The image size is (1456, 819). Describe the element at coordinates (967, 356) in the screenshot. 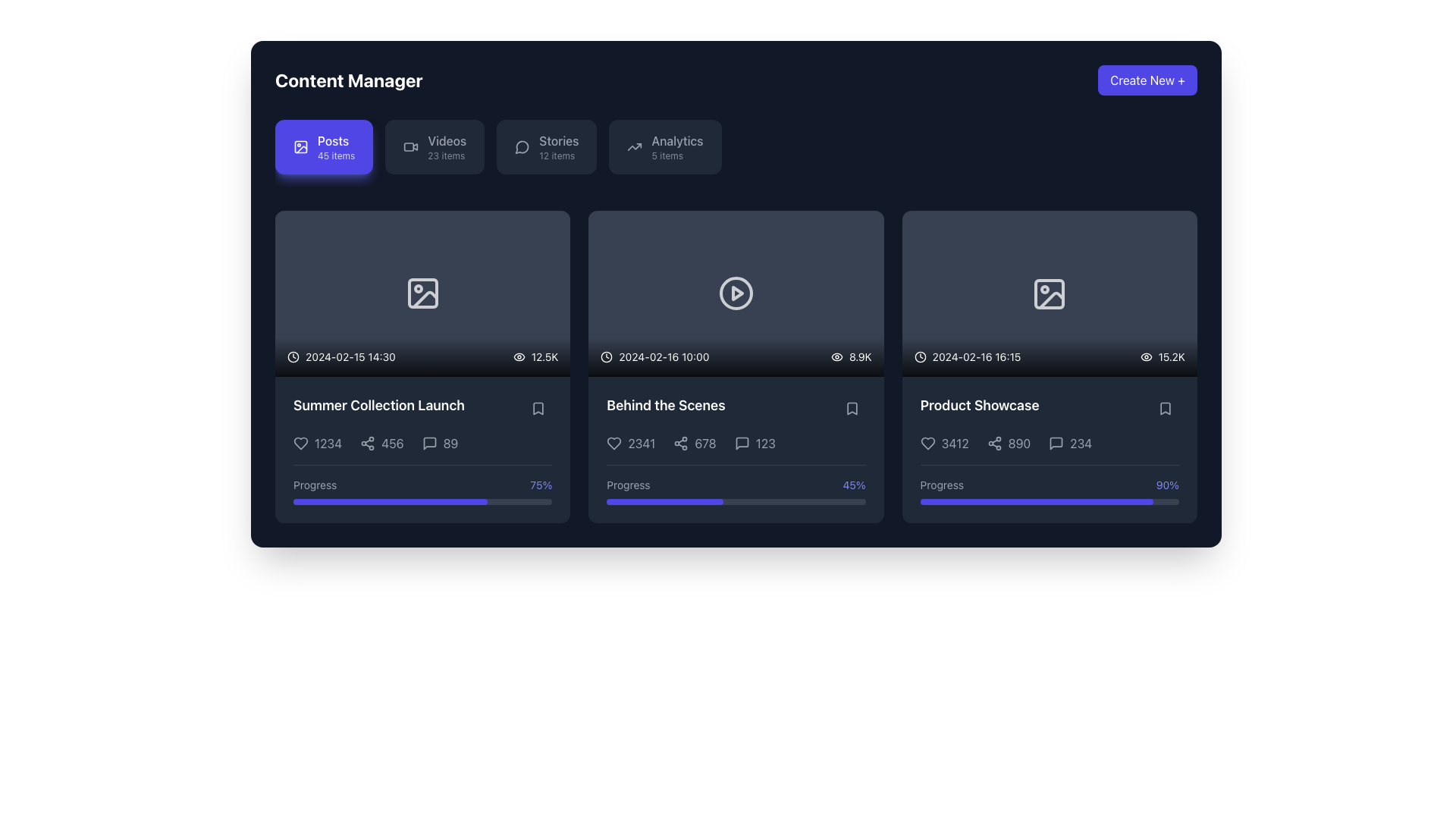

I see `the Timestamp display element with the clock icon` at that location.